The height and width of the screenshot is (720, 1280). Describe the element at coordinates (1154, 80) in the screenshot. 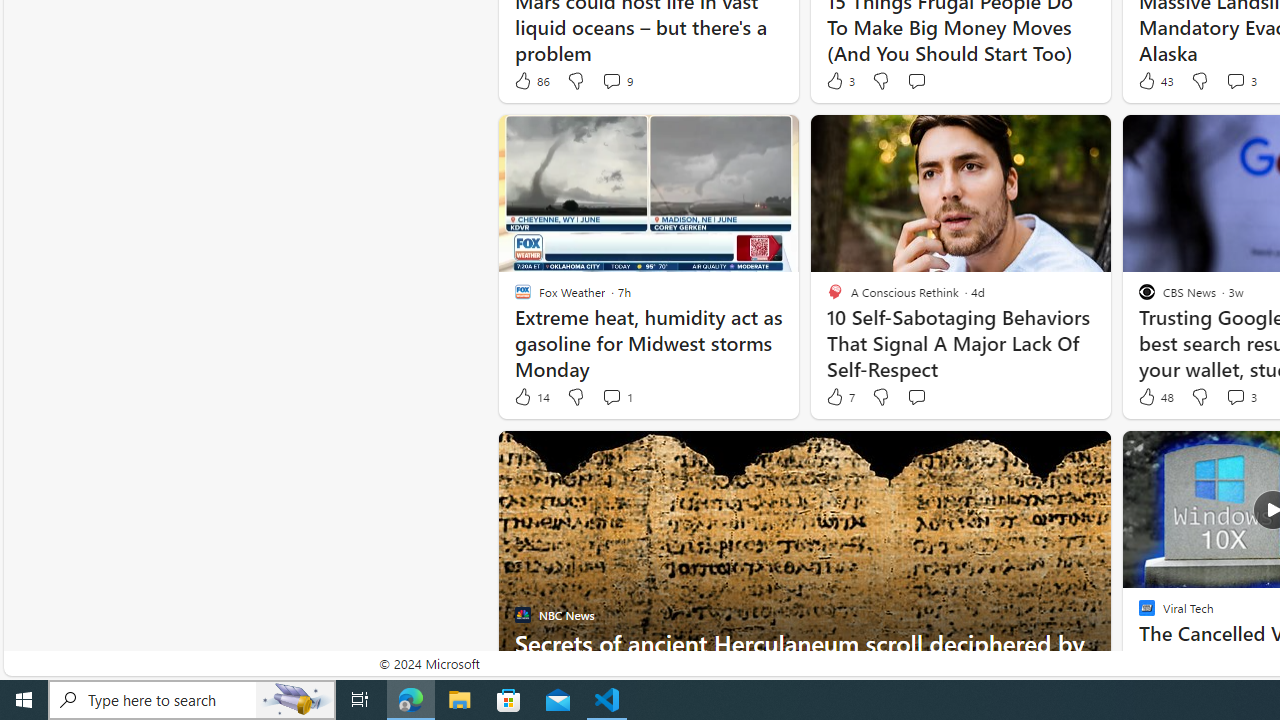

I see `'43 Like'` at that location.